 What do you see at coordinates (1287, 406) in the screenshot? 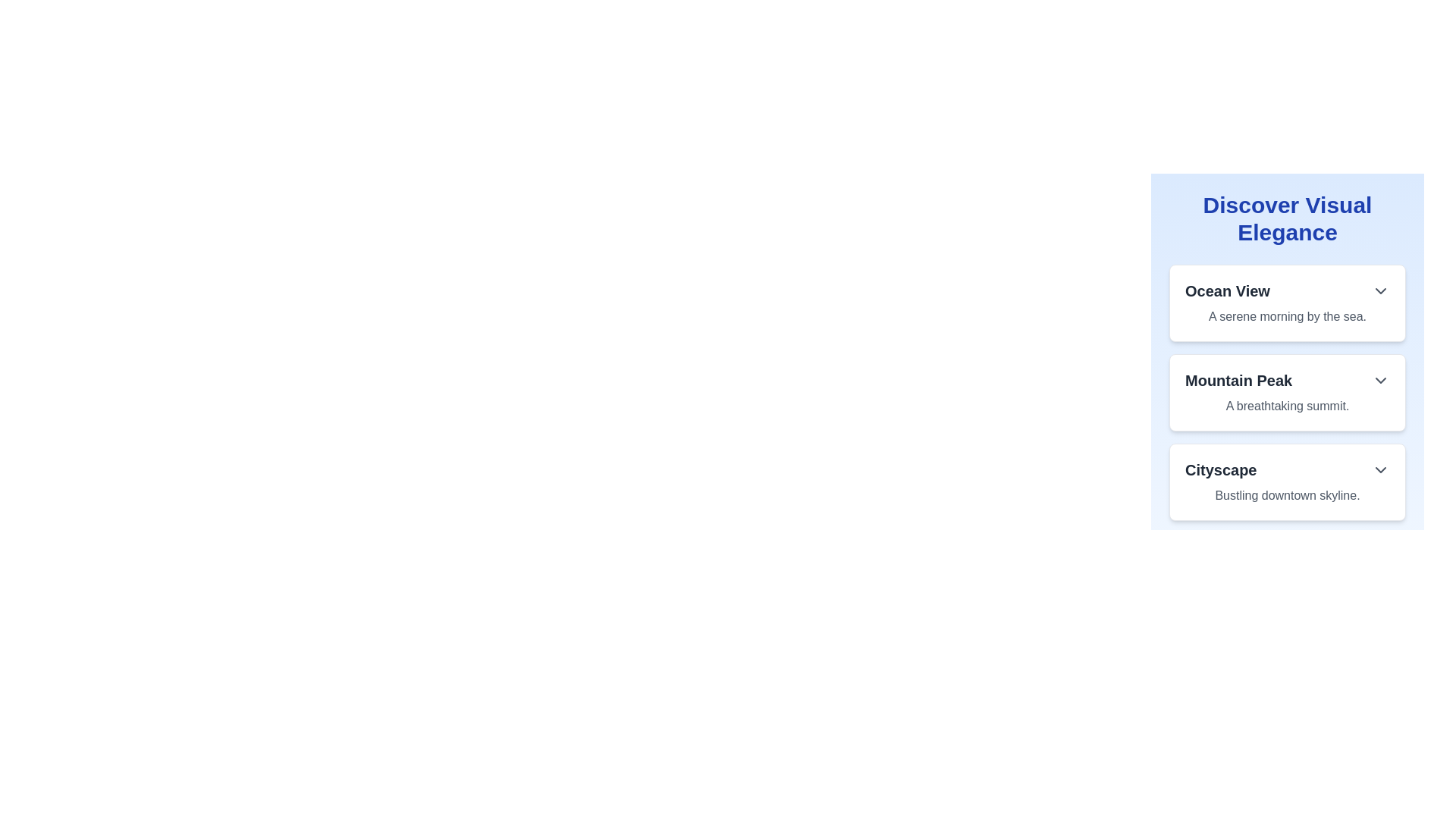
I see `the descriptive text located at the bottom of the card that provides additional information about the 'Mountain Peak' heading` at bounding box center [1287, 406].